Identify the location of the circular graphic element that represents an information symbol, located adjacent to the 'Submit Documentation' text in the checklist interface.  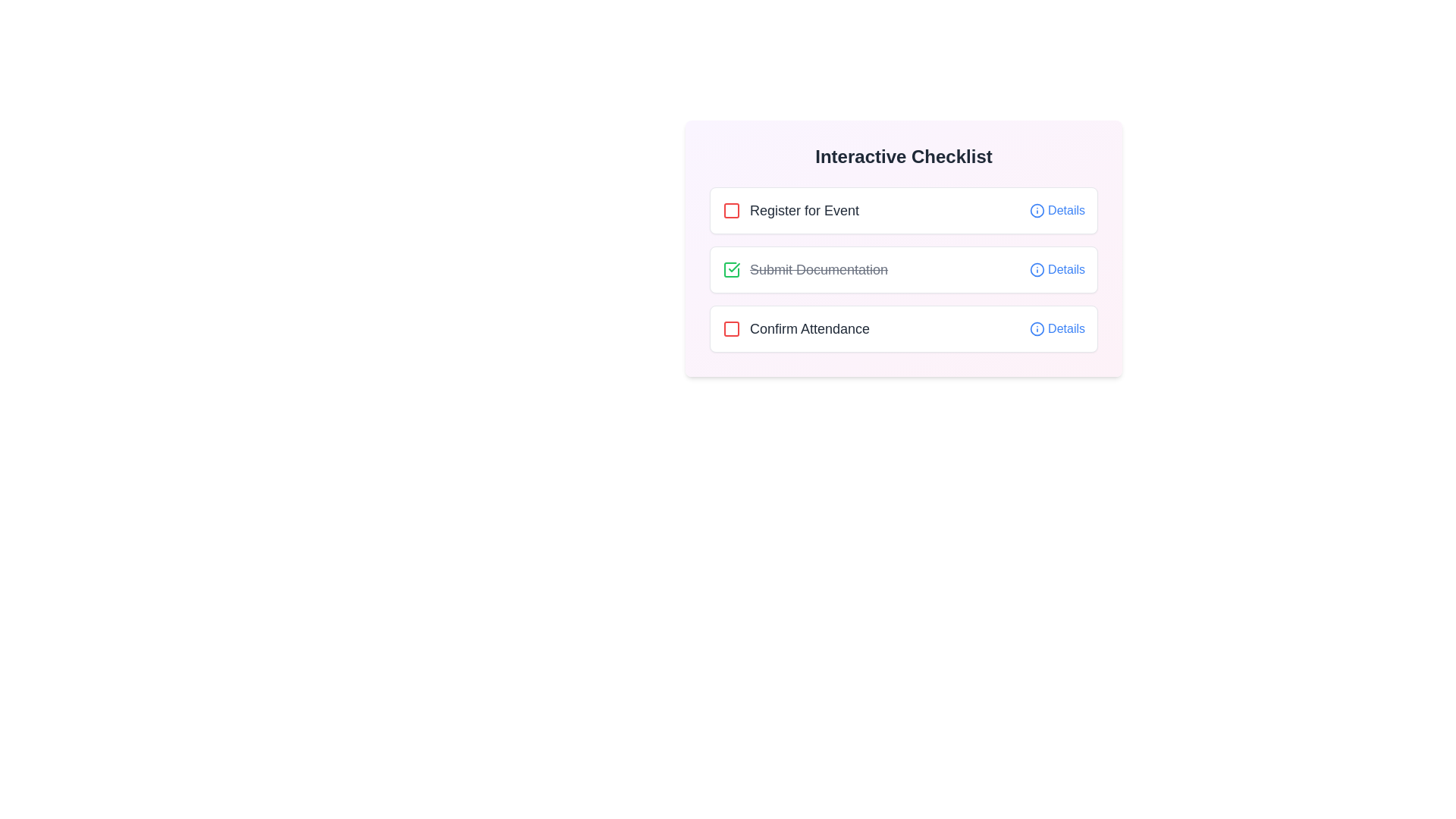
(1037, 268).